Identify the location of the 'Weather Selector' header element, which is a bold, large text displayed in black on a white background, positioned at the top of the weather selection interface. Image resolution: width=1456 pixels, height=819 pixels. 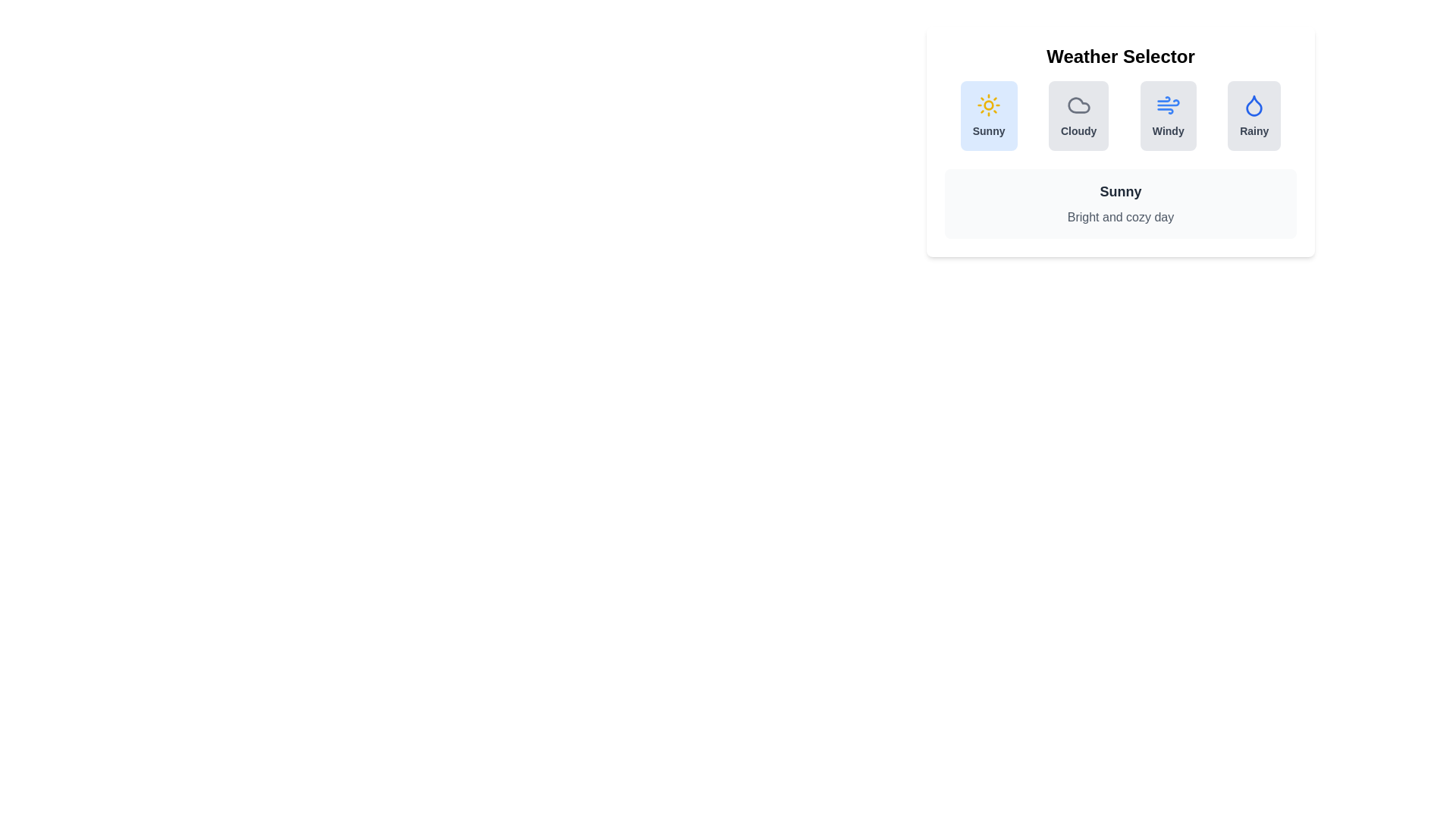
(1121, 55).